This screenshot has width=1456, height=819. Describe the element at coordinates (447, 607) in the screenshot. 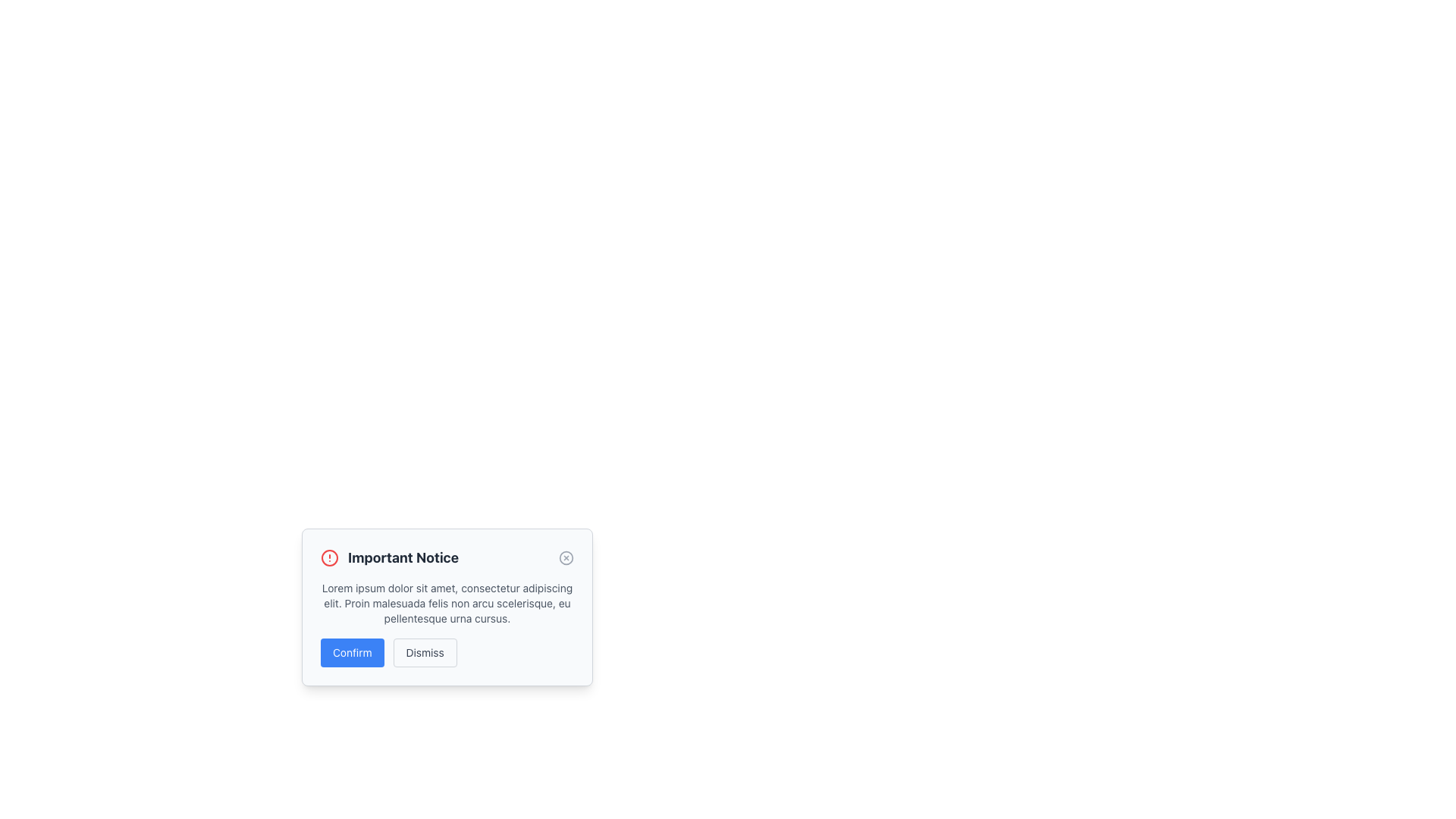

I see `the Modal/Dialog Box titled 'Important Notice', which contains a prominent heading, descriptive text, and action buttons` at that location.